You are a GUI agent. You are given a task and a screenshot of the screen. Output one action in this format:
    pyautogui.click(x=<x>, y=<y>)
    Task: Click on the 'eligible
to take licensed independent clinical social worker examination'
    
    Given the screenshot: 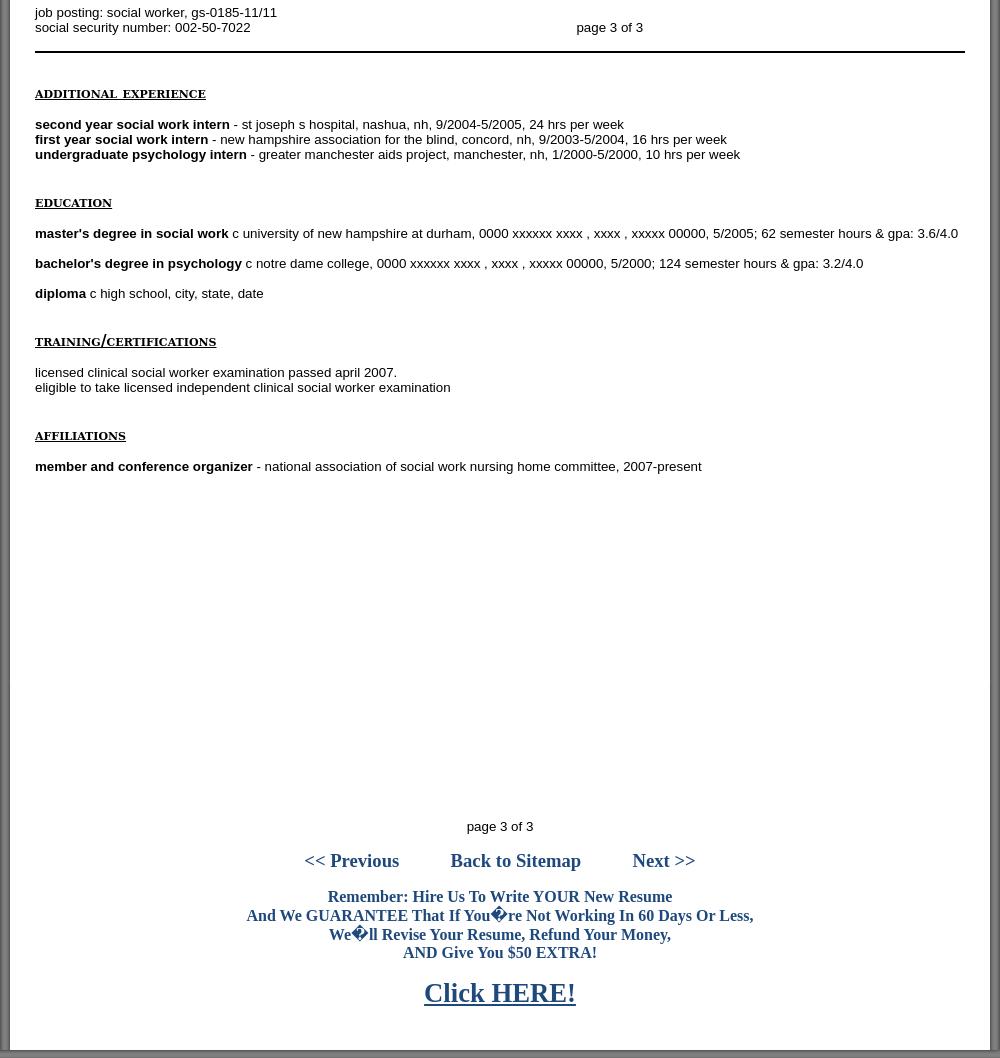 What is the action you would take?
    pyautogui.click(x=241, y=387)
    